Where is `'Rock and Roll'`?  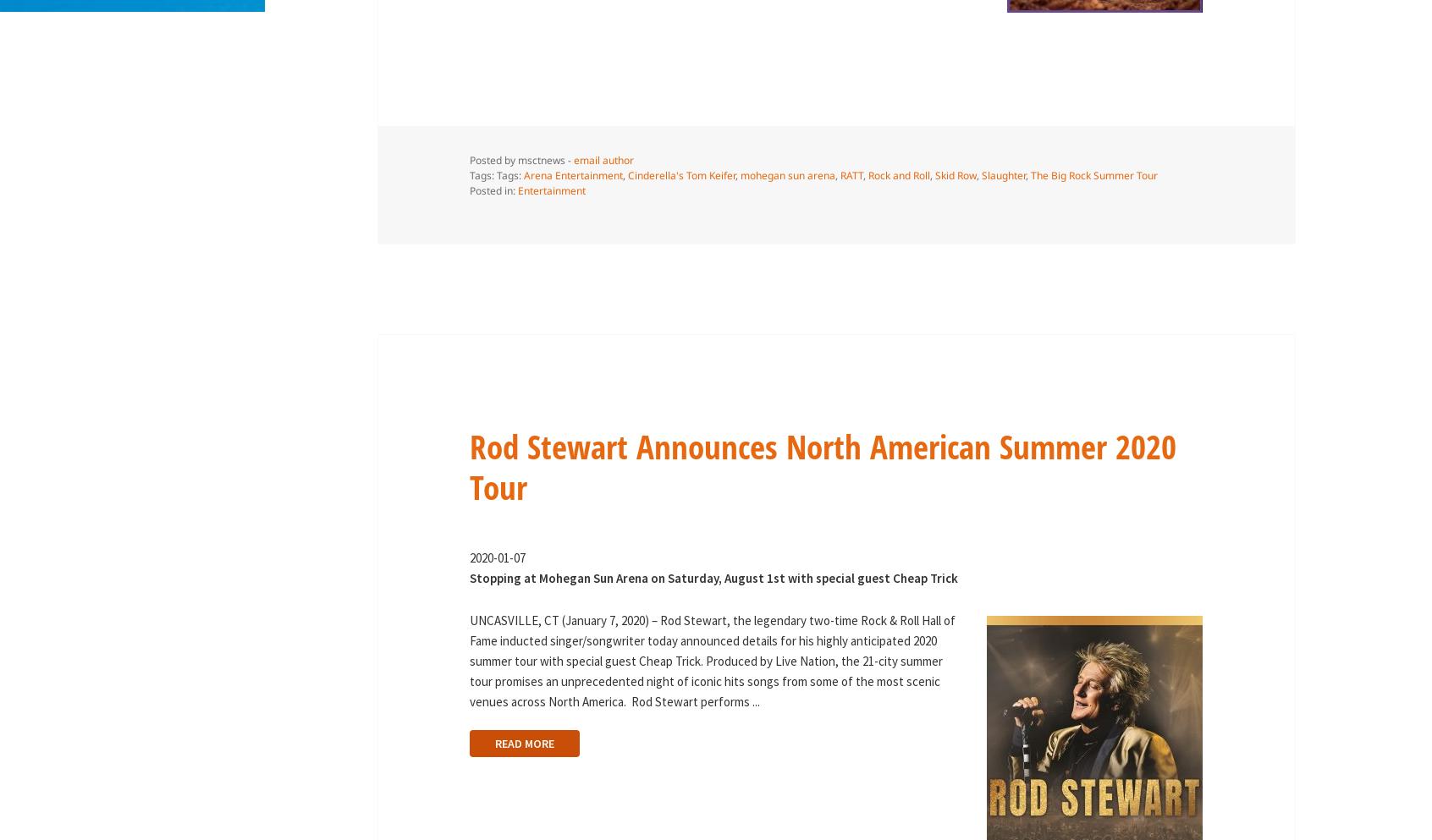 'Rock and Roll' is located at coordinates (898, 175).